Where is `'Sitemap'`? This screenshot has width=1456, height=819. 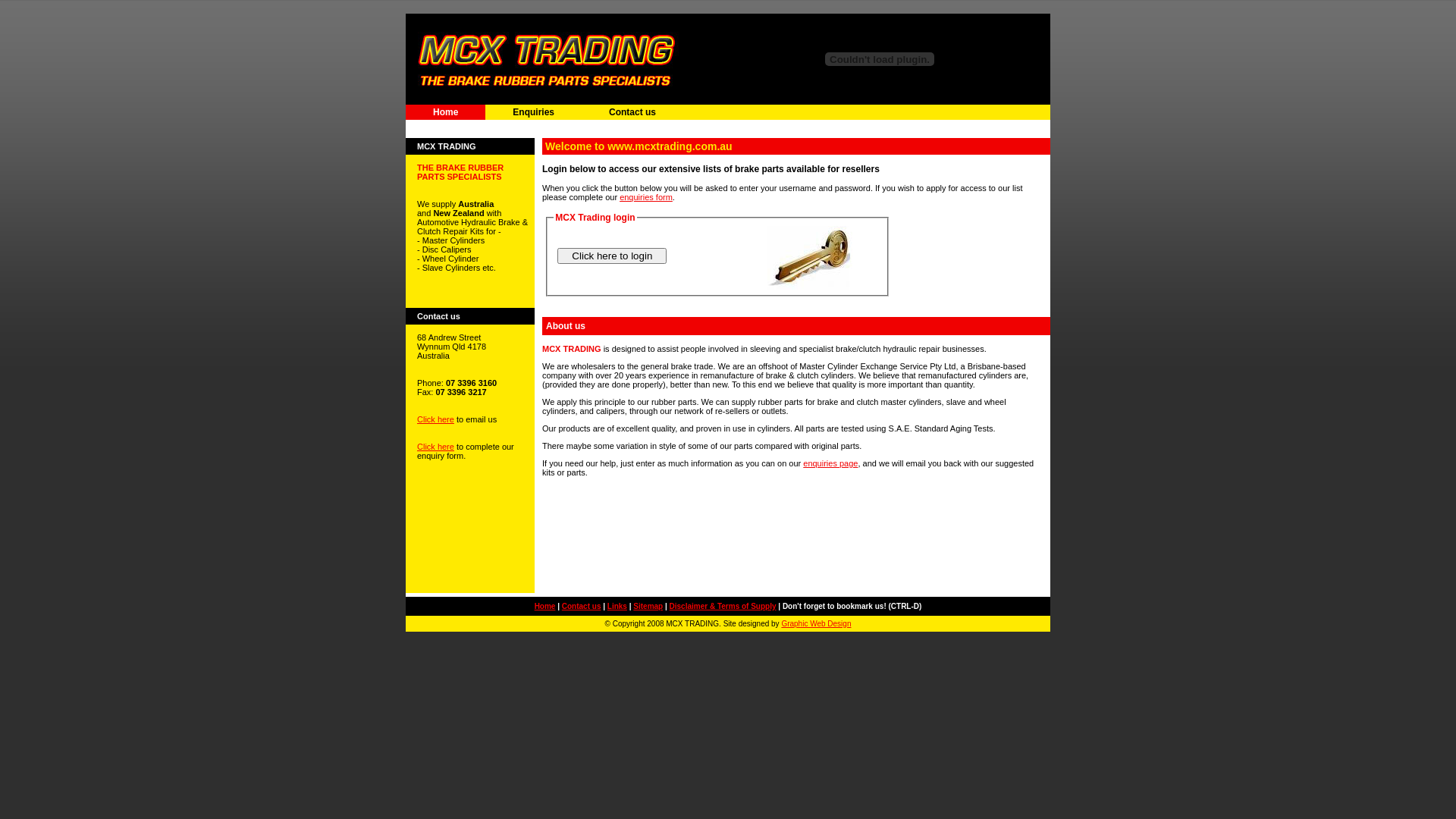 'Sitemap' is located at coordinates (648, 605).